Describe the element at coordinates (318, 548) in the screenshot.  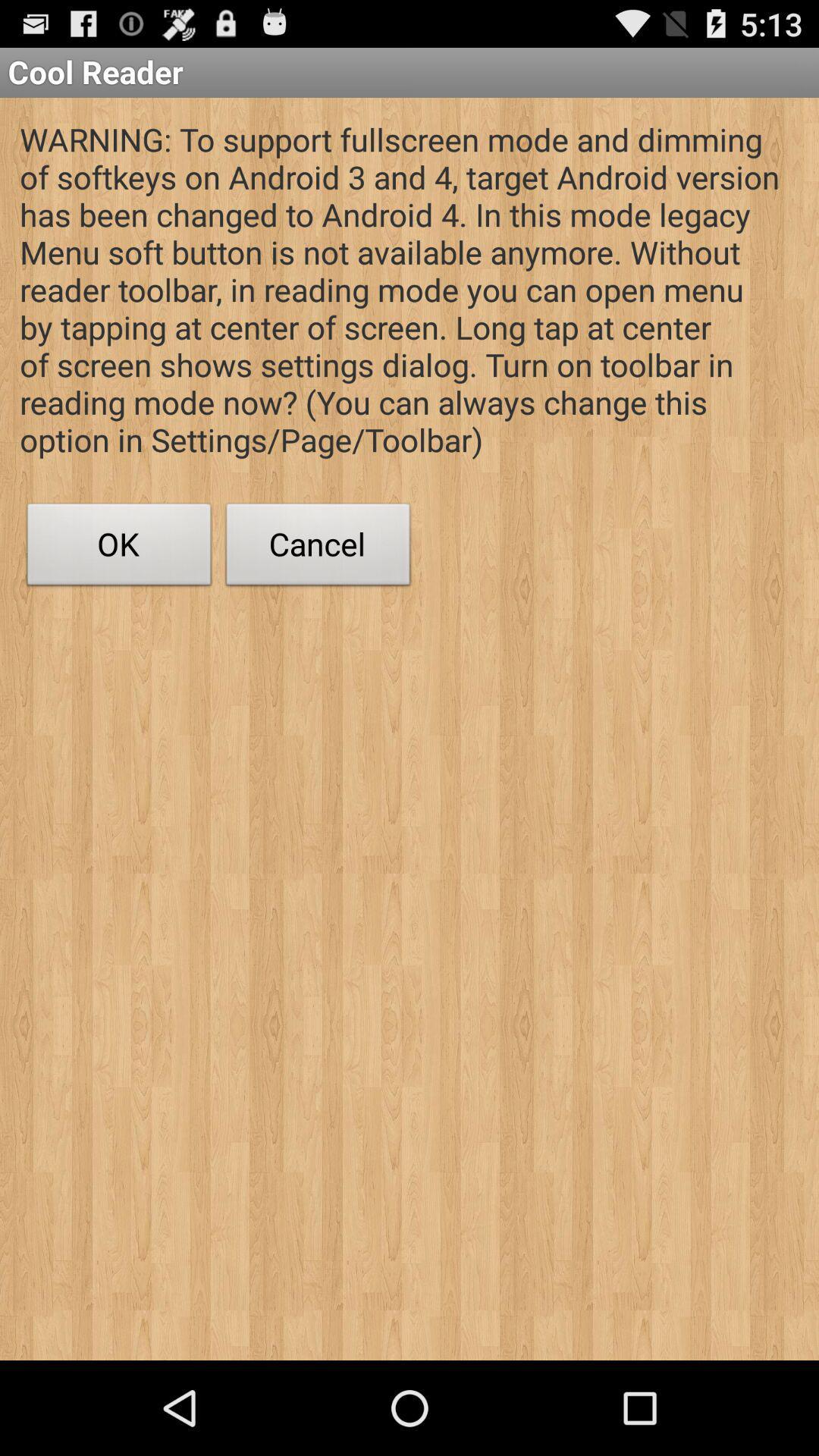
I see `icon below warning to support` at that location.